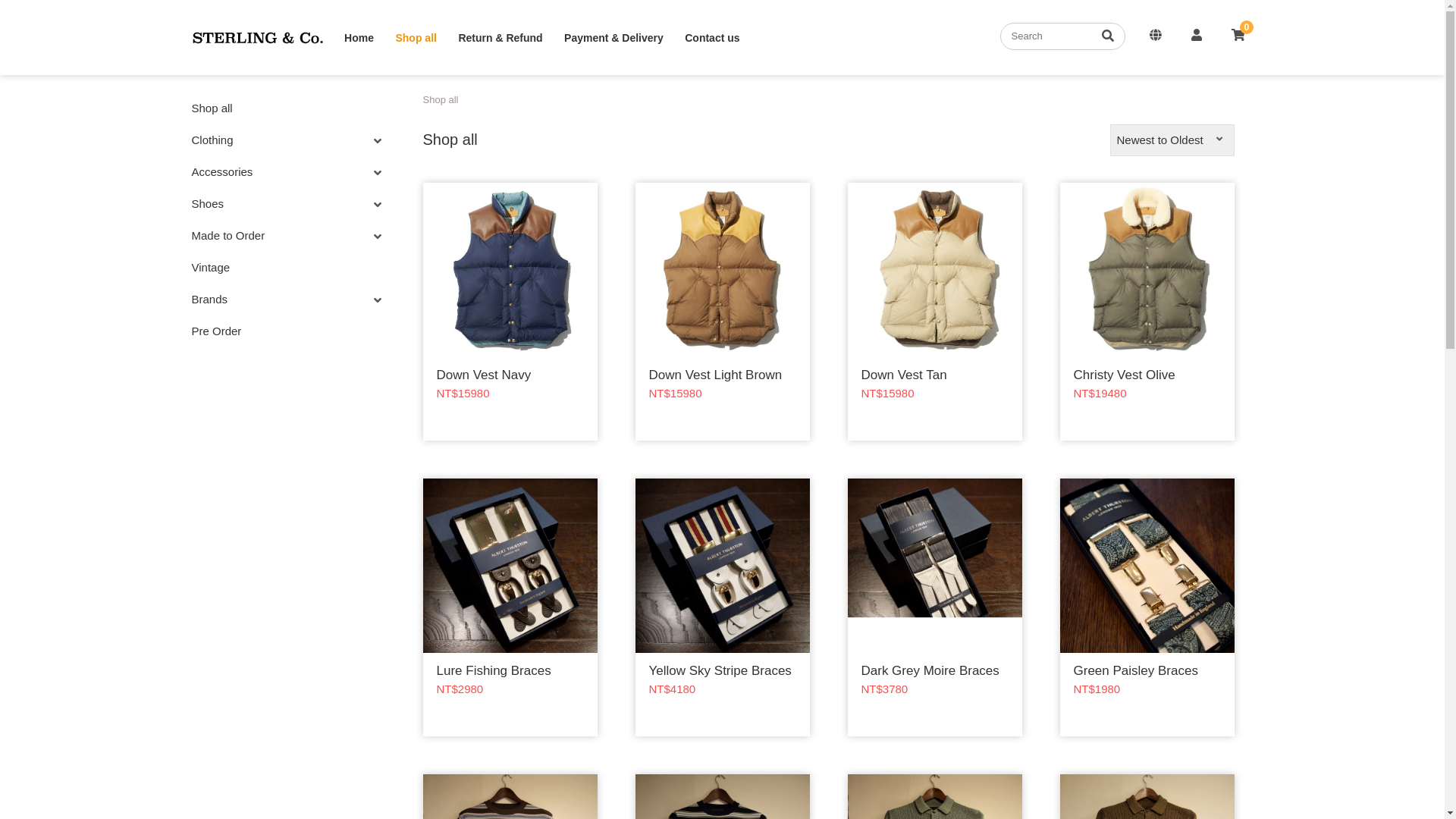 This screenshot has height=819, width=1456. What do you see at coordinates (278, 266) in the screenshot?
I see `'Vintage'` at bounding box center [278, 266].